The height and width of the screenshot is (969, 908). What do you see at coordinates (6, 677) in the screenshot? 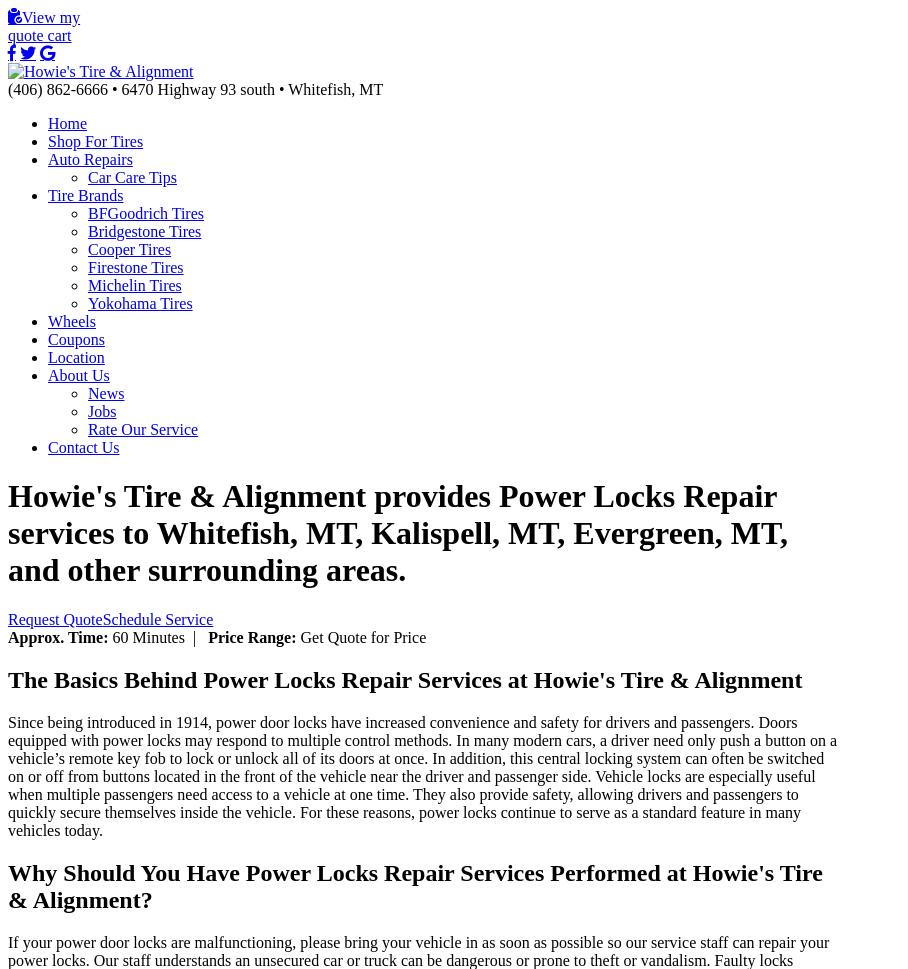
I see `'The Basics Behind Power Locks Repair Services at Howie's Tire & Alignment'` at bounding box center [6, 677].